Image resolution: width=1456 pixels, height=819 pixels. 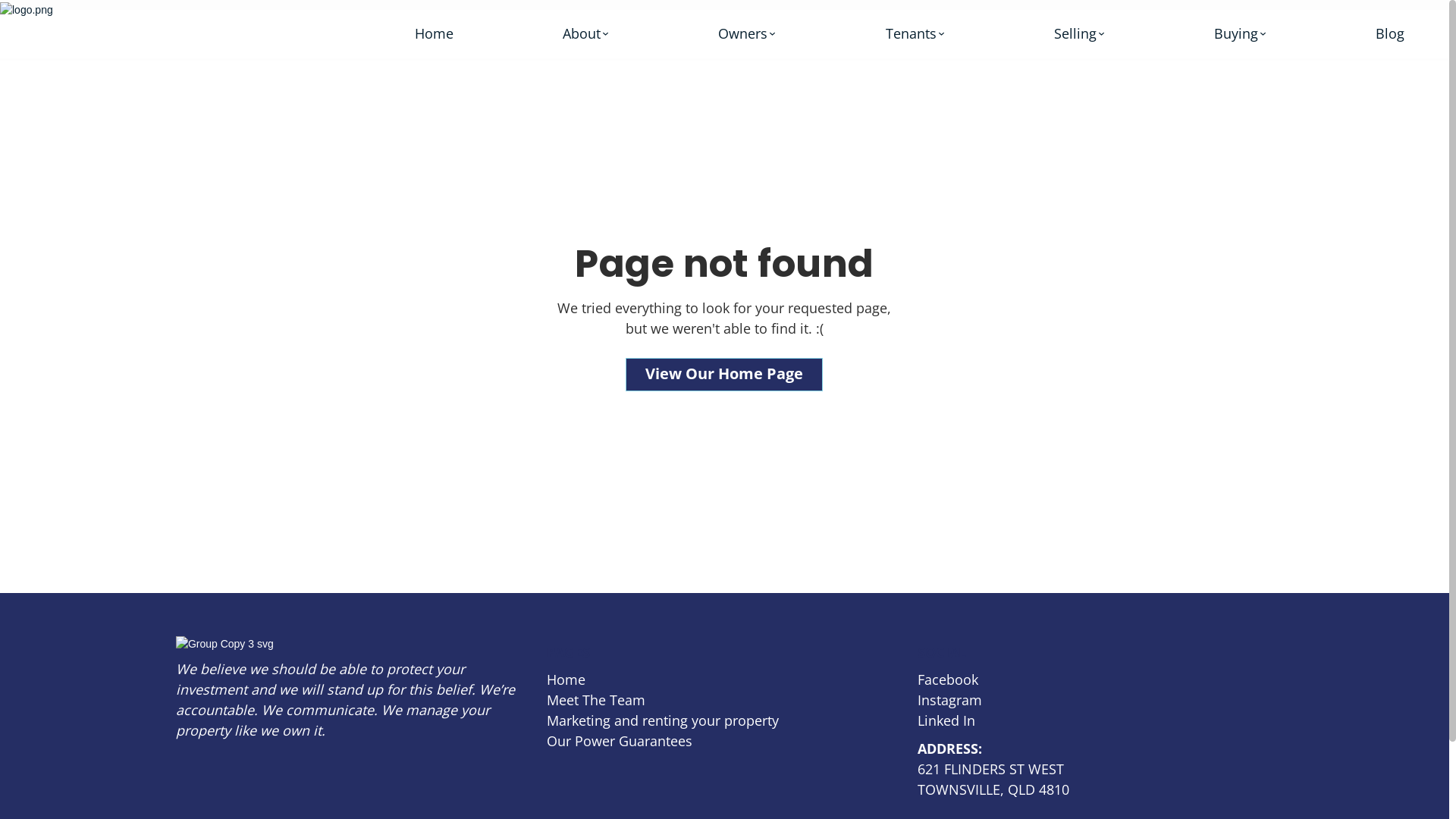 What do you see at coordinates (746, 33) in the screenshot?
I see `'Owners'` at bounding box center [746, 33].